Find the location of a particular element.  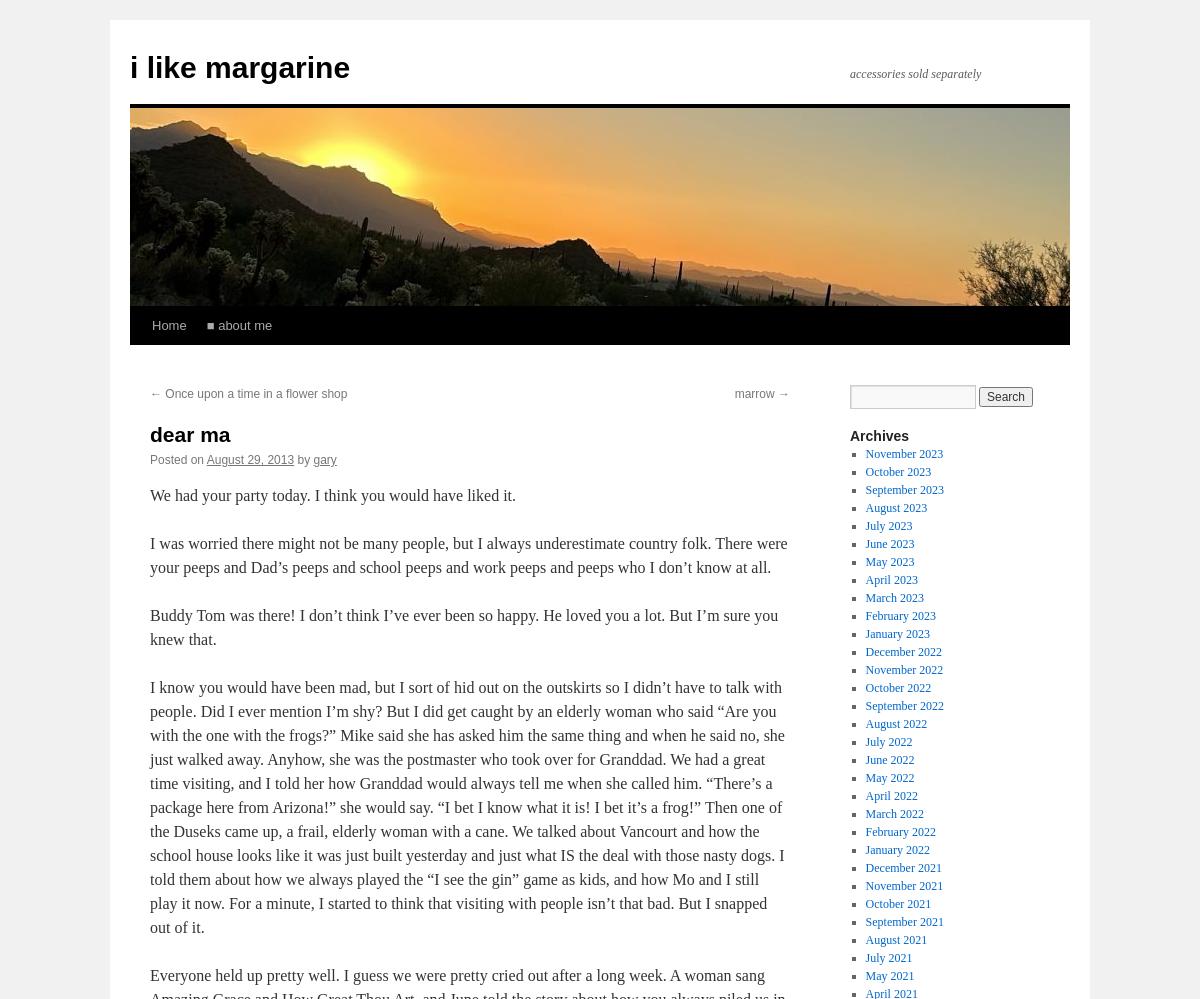

'September 2022' is located at coordinates (863, 705).